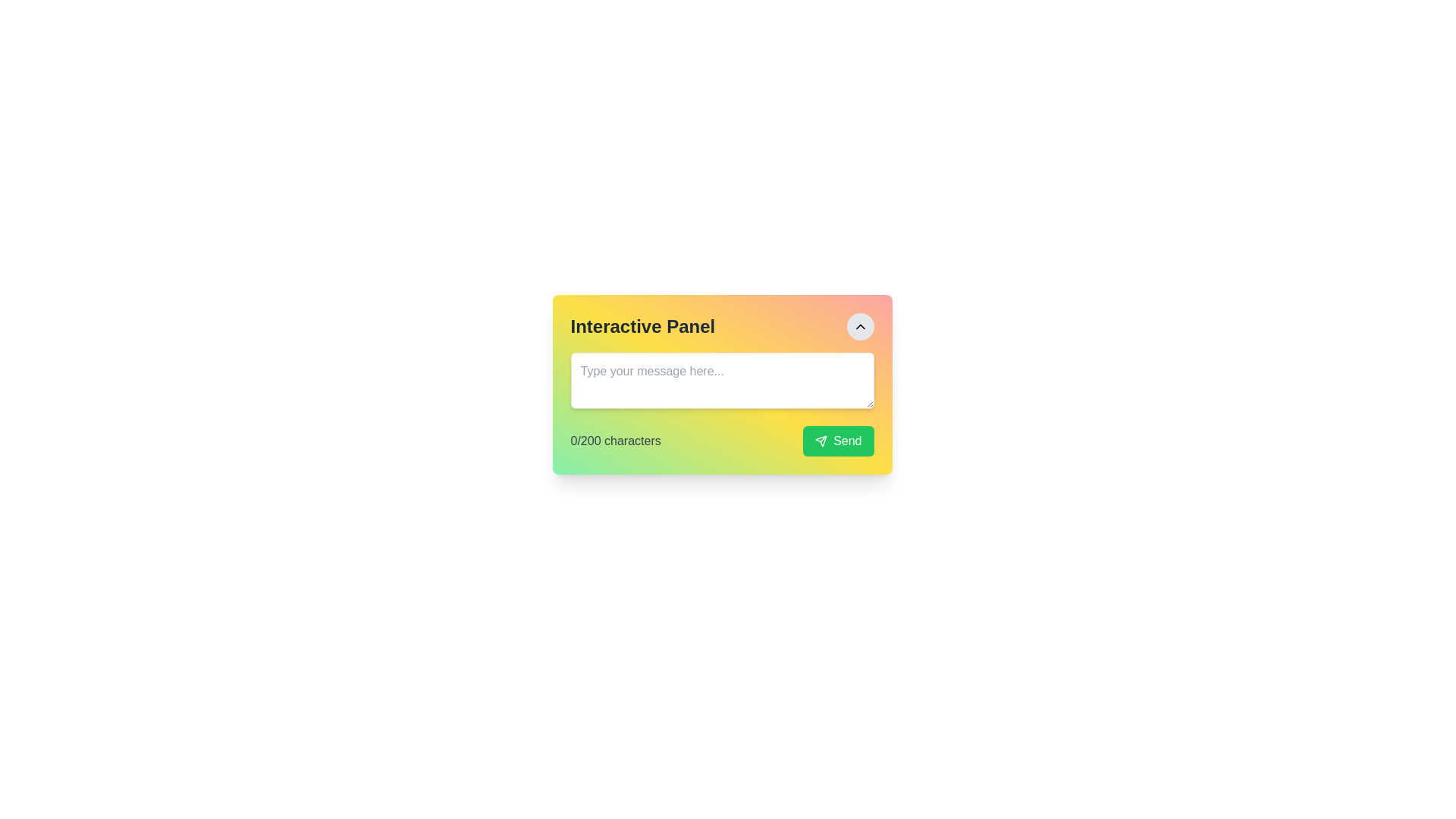  What do you see at coordinates (642, 326) in the screenshot?
I see `the bold, large black text label displaying 'Interactive Panel', located at the top-left corner of the gradient-colored card component` at bounding box center [642, 326].